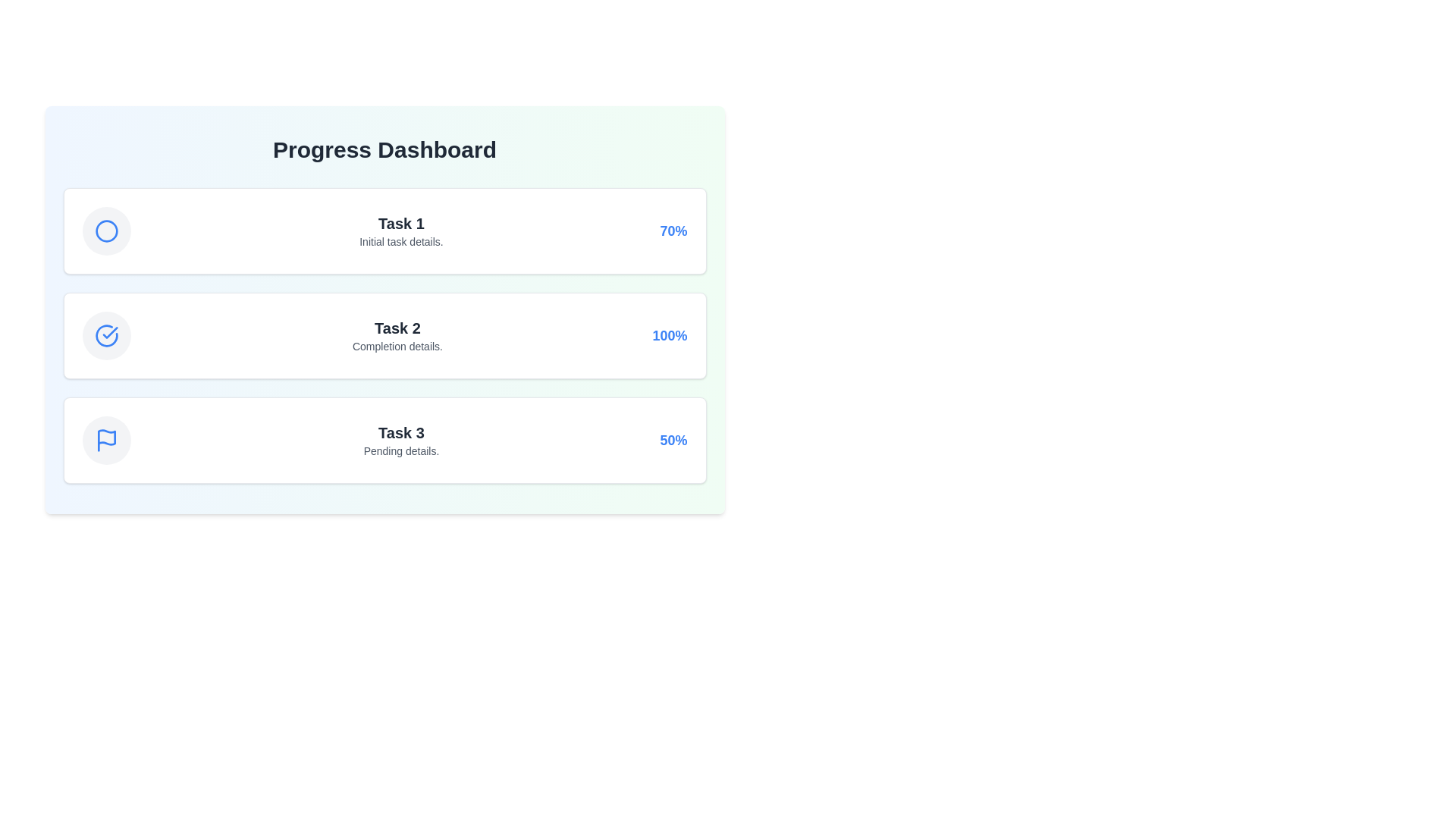 The width and height of the screenshot is (1456, 819). What do you see at coordinates (105, 441) in the screenshot?
I see `the flag icon that signifies the status of the third task in the progress dashboard, located to the left of 'Task 3' and 'Pending details.'` at bounding box center [105, 441].